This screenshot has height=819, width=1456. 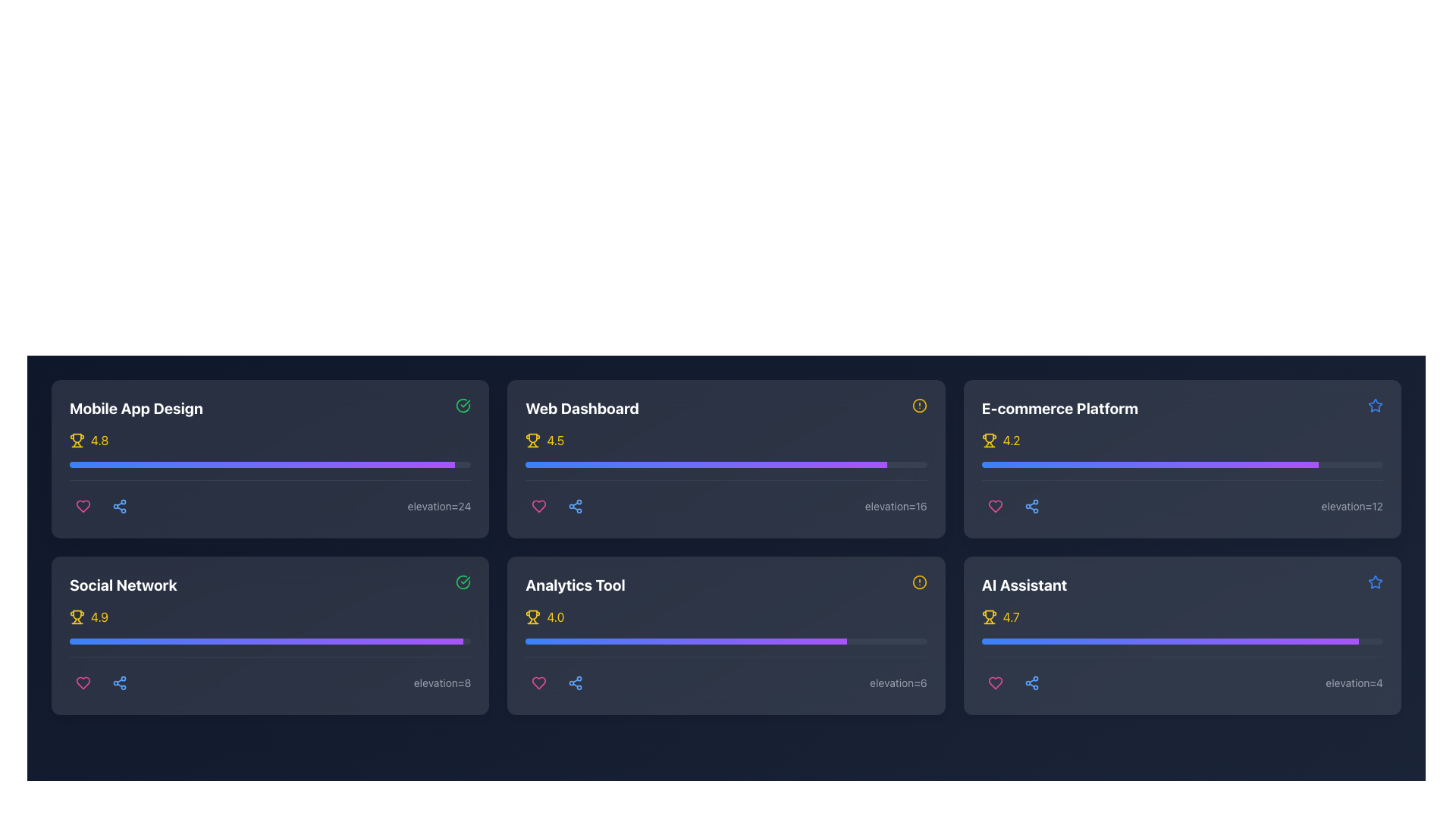 What do you see at coordinates (1140, 464) in the screenshot?
I see `the progress bar value` at bounding box center [1140, 464].